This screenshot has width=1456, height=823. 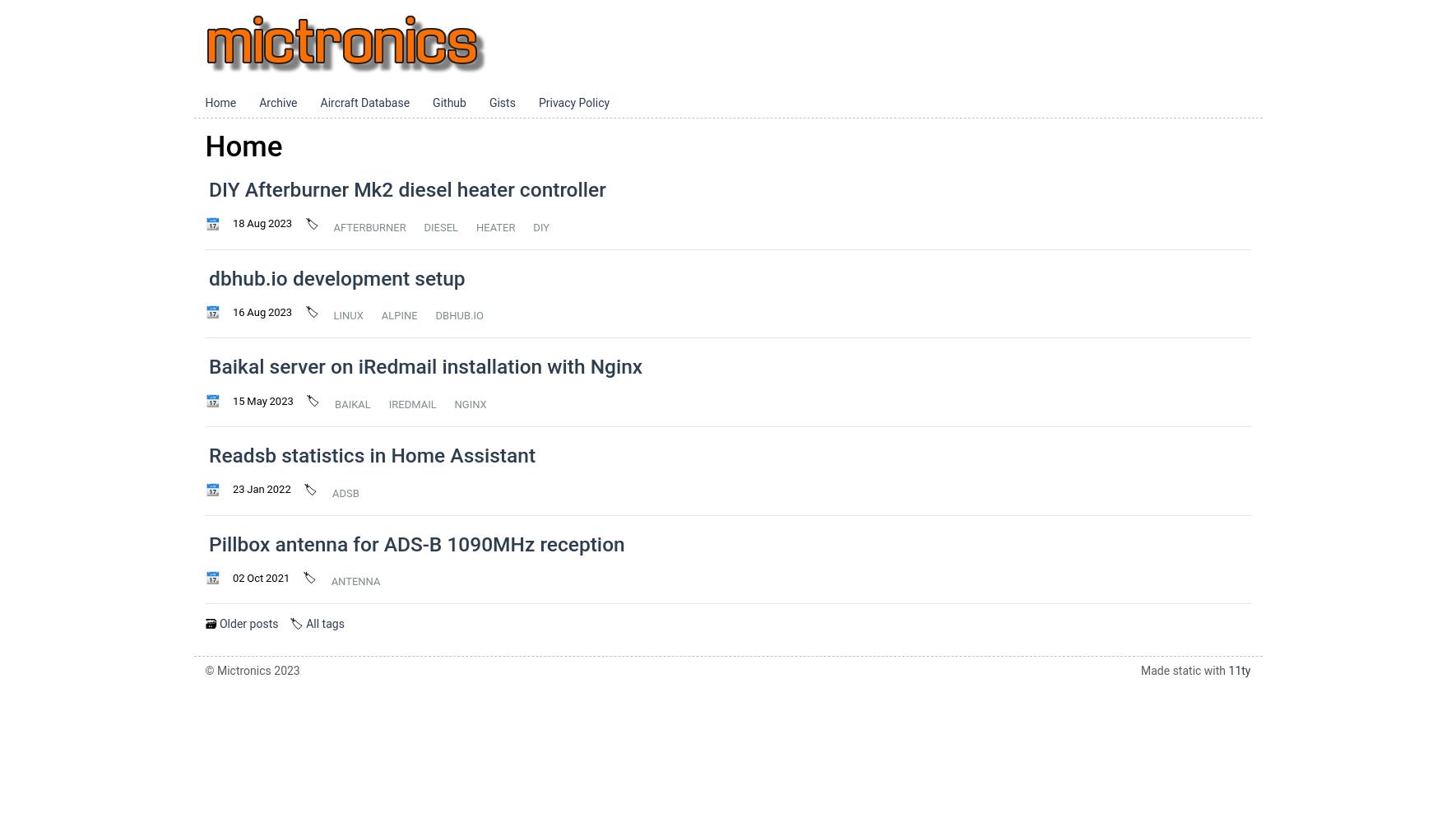 I want to click on 'Antenna', so click(x=355, y=580).